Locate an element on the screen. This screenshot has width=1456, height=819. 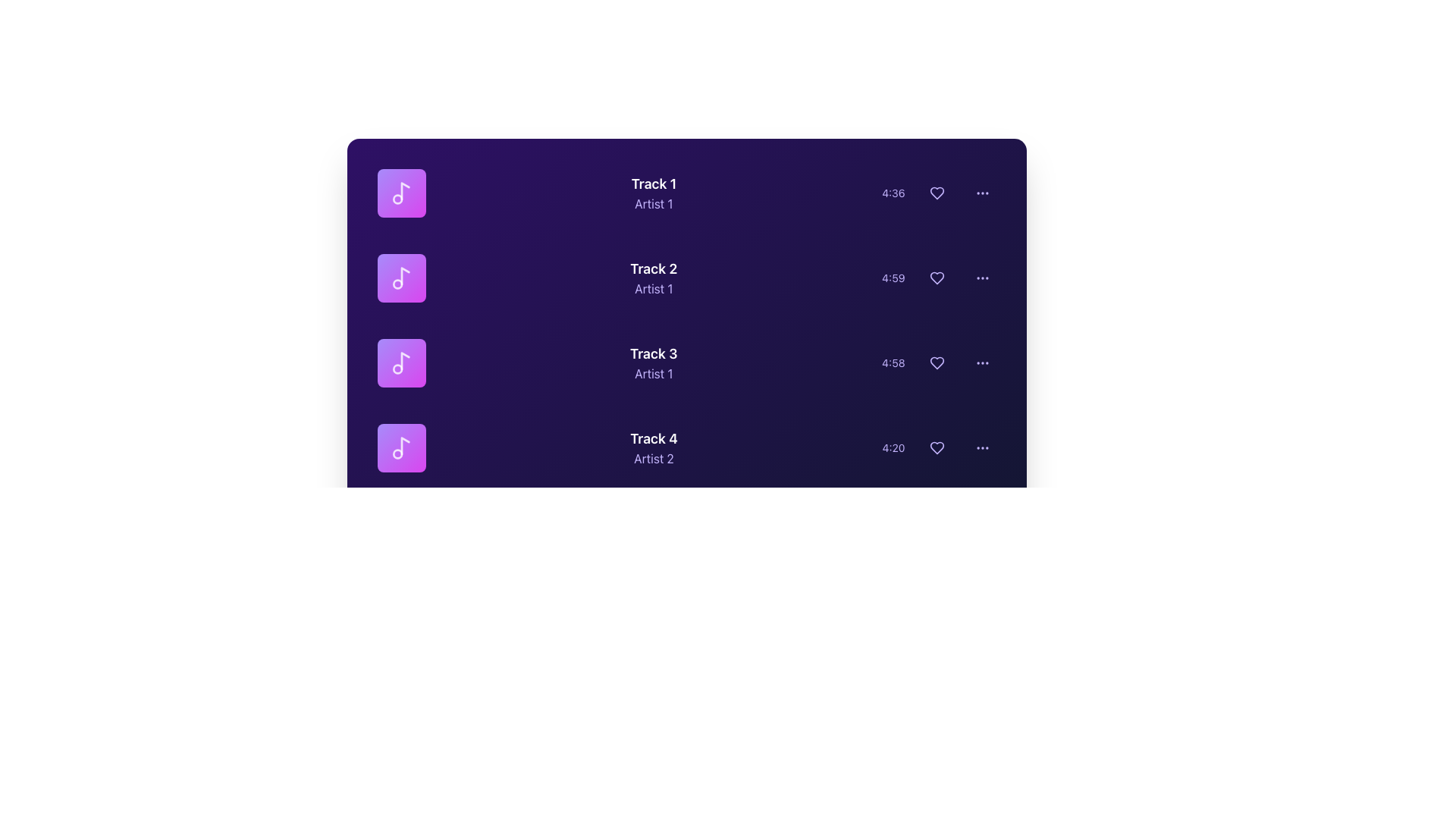
the text label displaying the time '4:36', which is styled in violet and located in the first row of the track list, adjacent to the track title and artist name is located at coordinates (893, 192).